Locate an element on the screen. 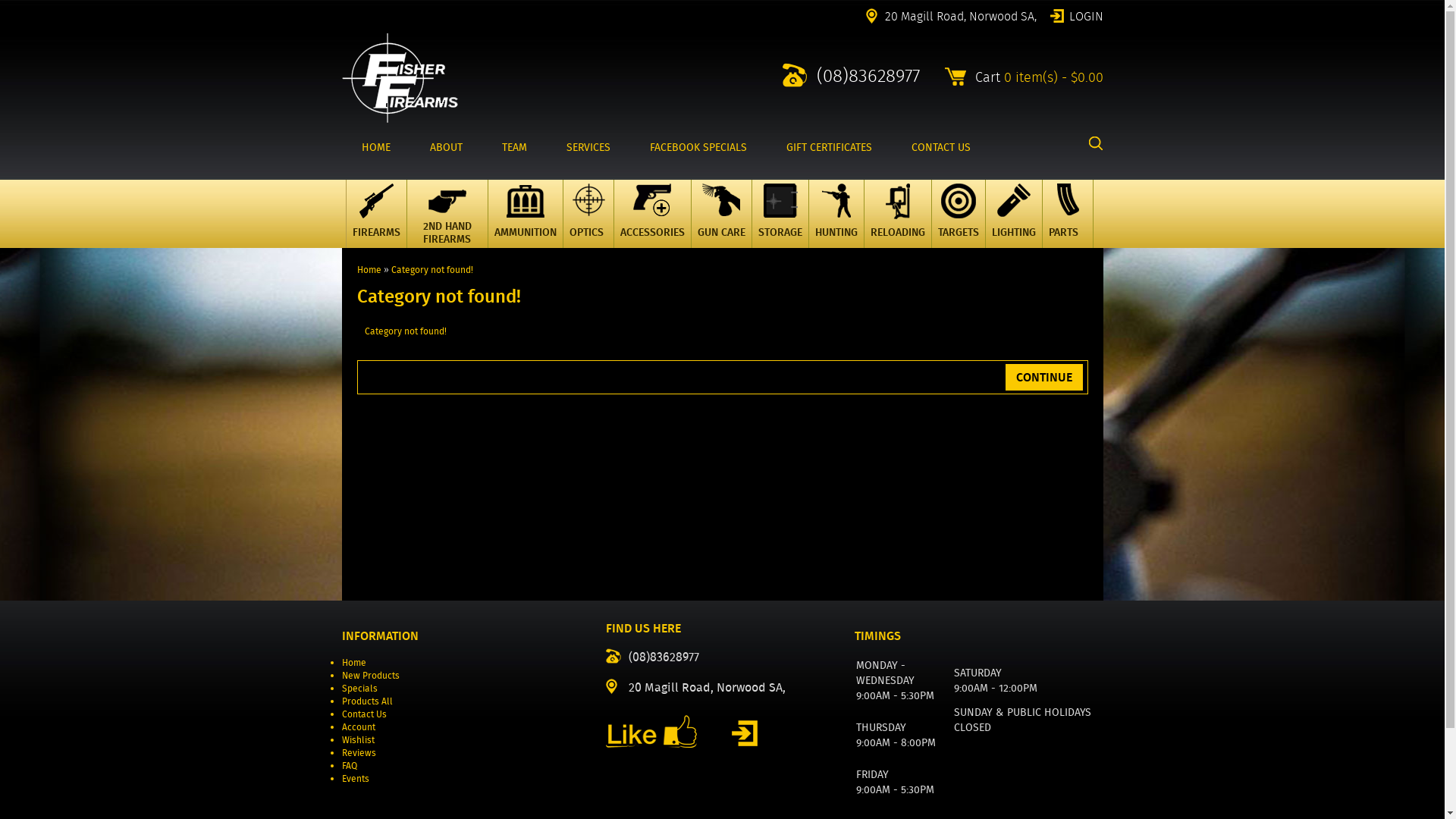 The height and width of the screenshot is (819, 1456). 'Reviews' is located at coordinates (357, 752).